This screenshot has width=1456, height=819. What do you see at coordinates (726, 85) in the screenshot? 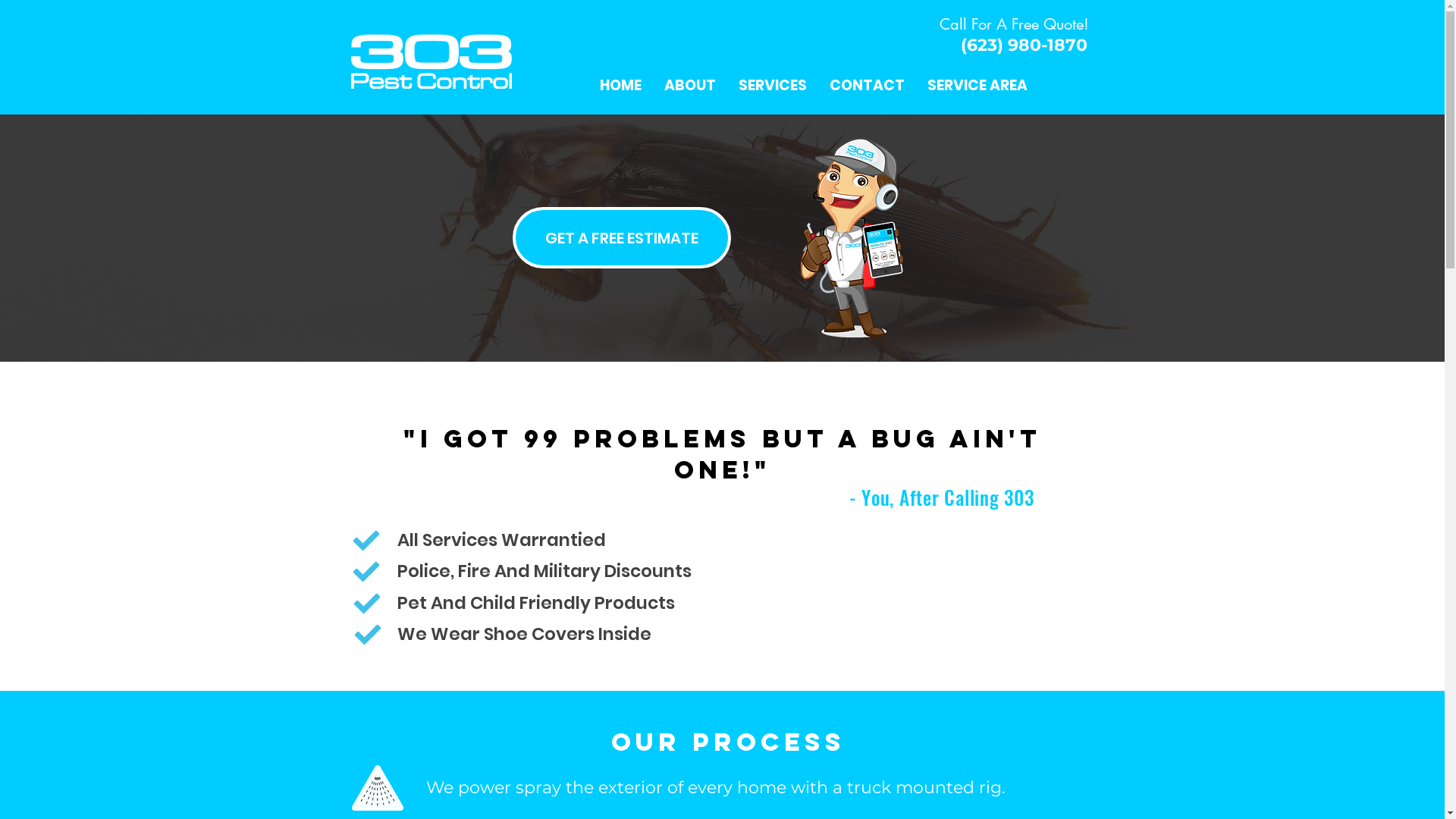
I see `'SERVICES'` at bounding box center [726, 85].